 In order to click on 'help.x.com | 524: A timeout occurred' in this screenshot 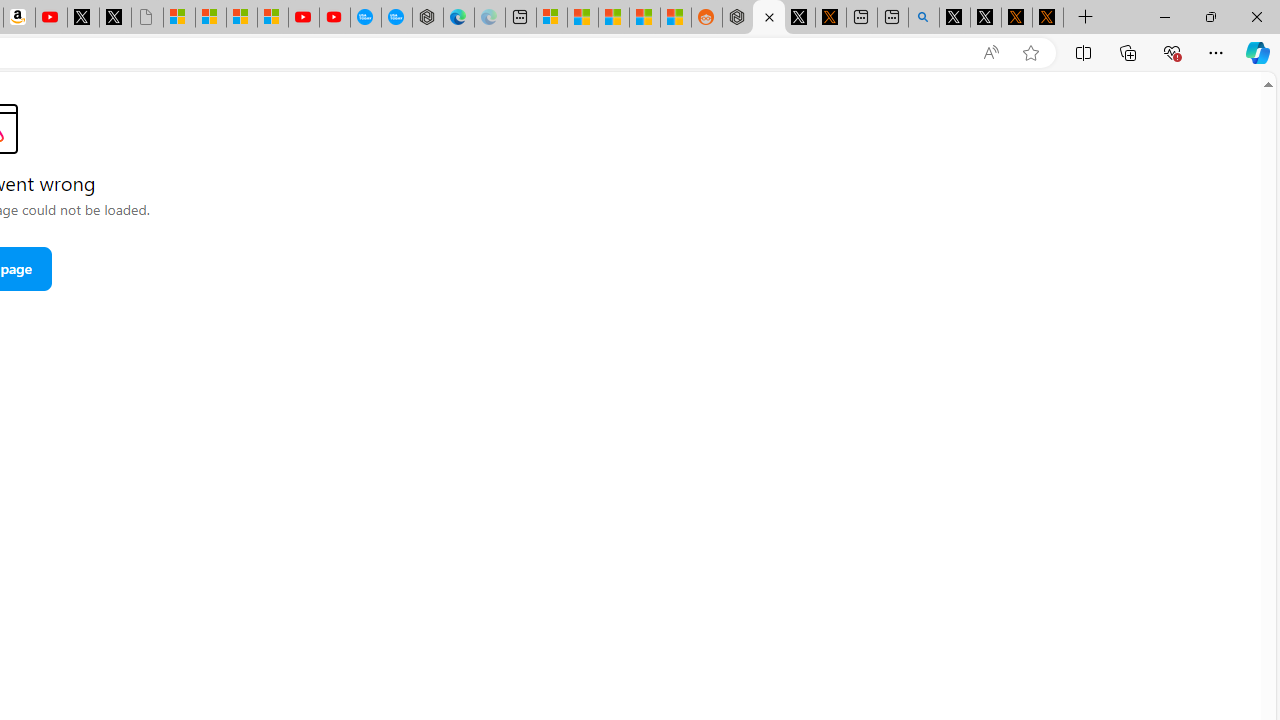, I will do `click(830, 17)`.